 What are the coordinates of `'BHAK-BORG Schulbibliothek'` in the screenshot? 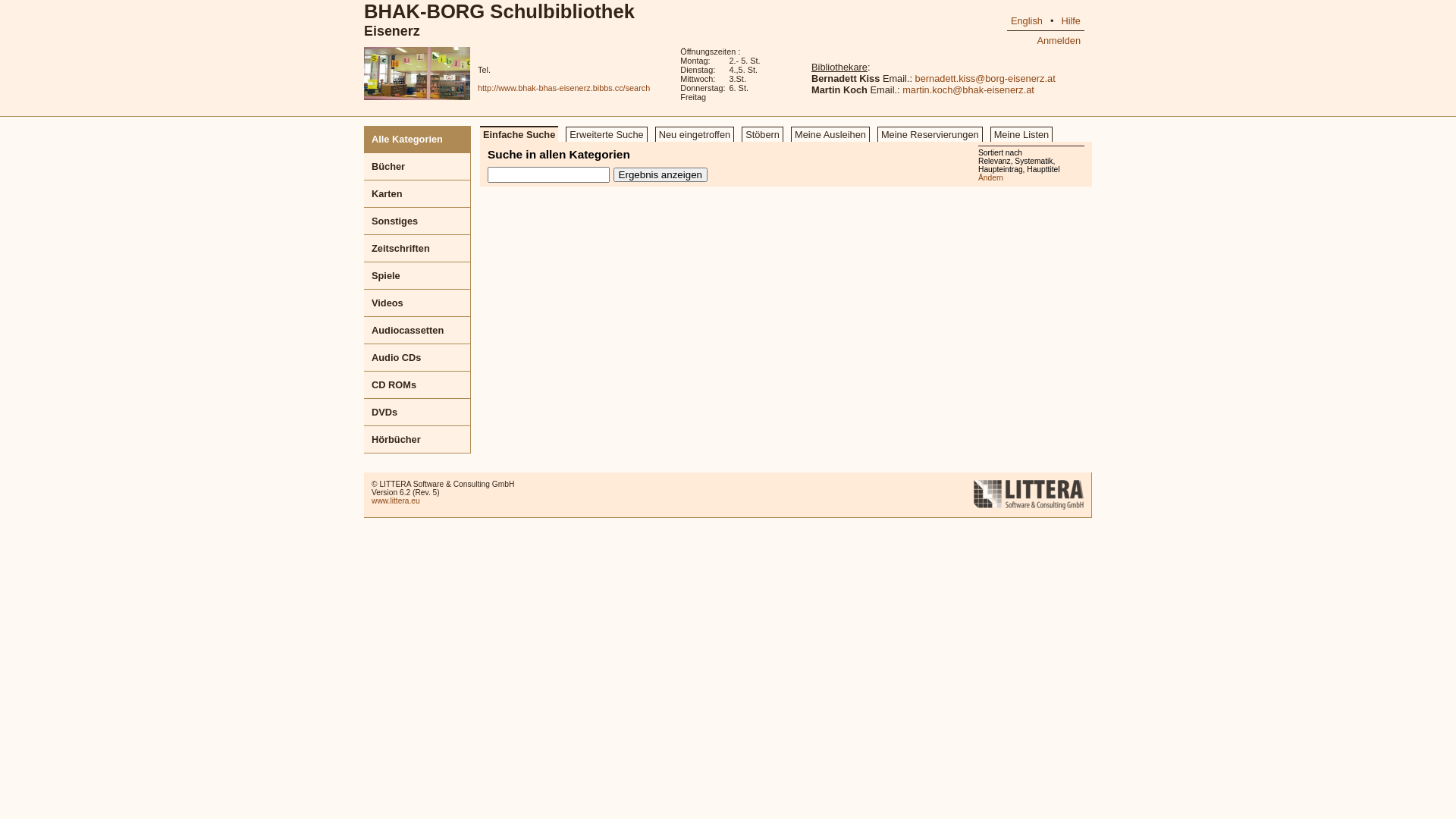 It's located at (499, 11).